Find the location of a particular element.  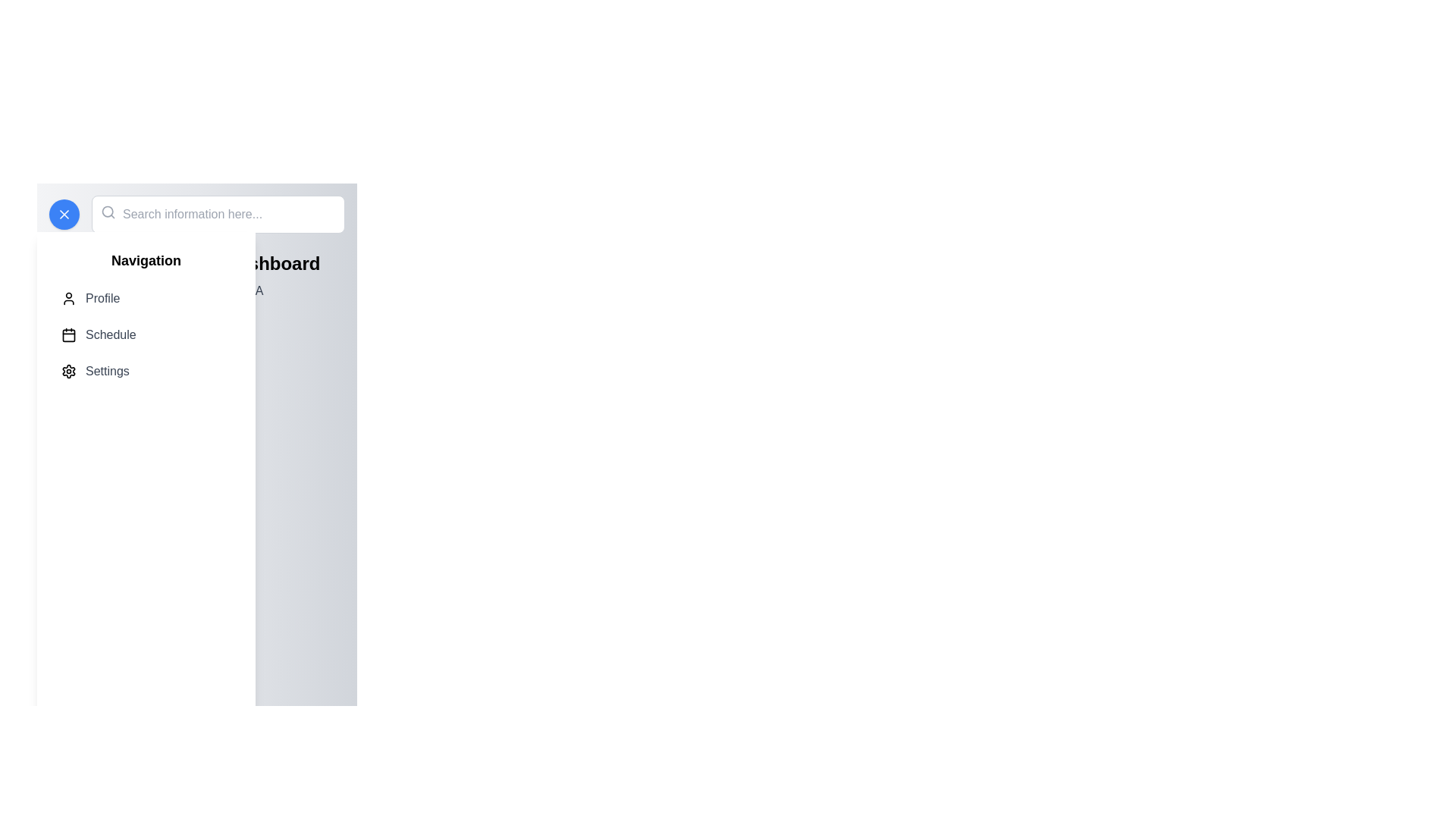

the text label located at the top of the left-hand vertical sidebar, which serves as a title for the sidebar menu is located at coordinates (146, 259).